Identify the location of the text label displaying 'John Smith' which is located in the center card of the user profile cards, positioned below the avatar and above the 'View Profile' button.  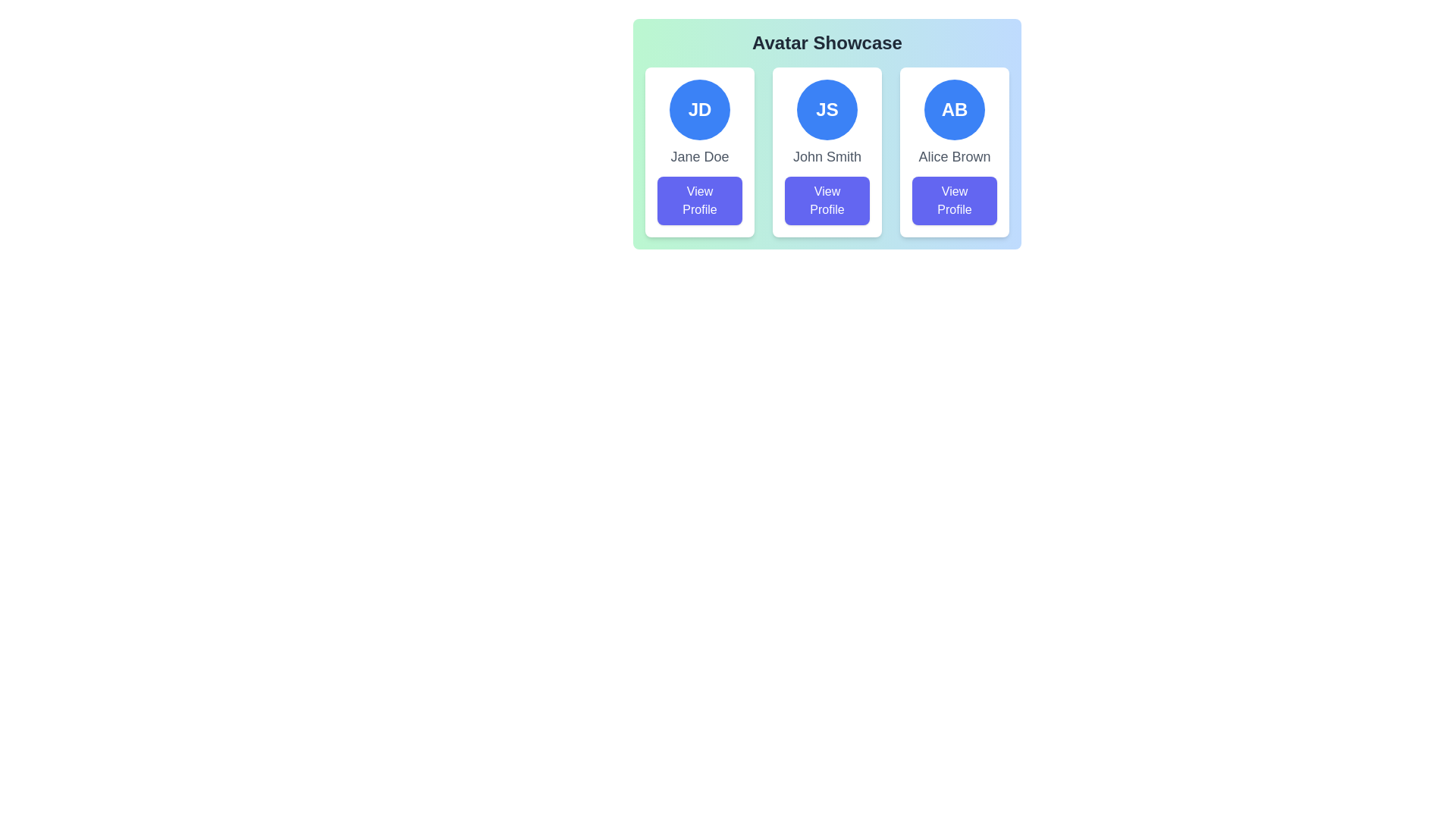
(826, 157).